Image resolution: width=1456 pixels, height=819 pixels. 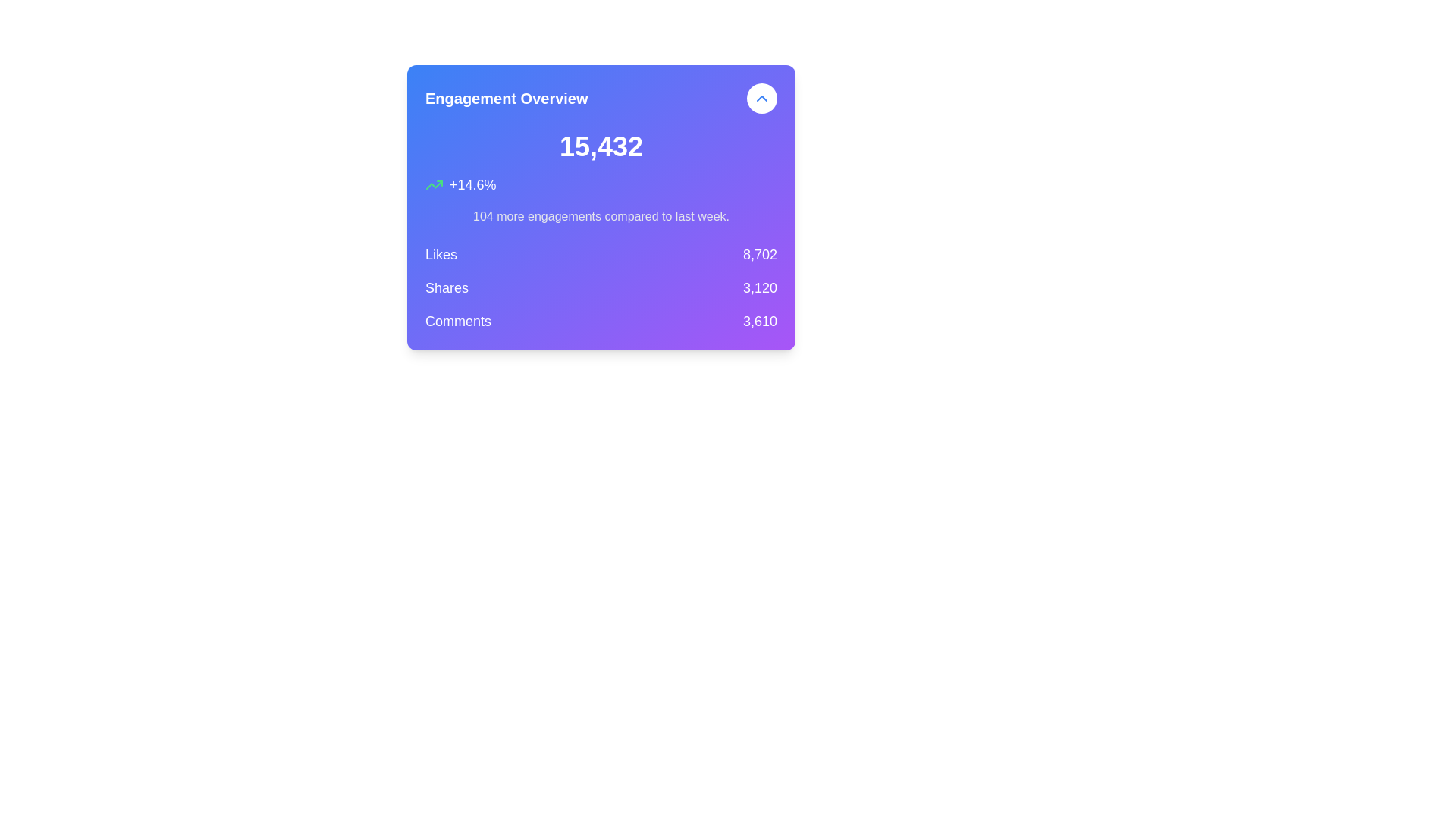 What do you see at coordinates (472, 184) in the screenshot?
I see `the trend percentage value text label located in the 'Engagement Overview' card, which is positioned center-right and next to a green uptrend icon` at bounding box center [472, 184].